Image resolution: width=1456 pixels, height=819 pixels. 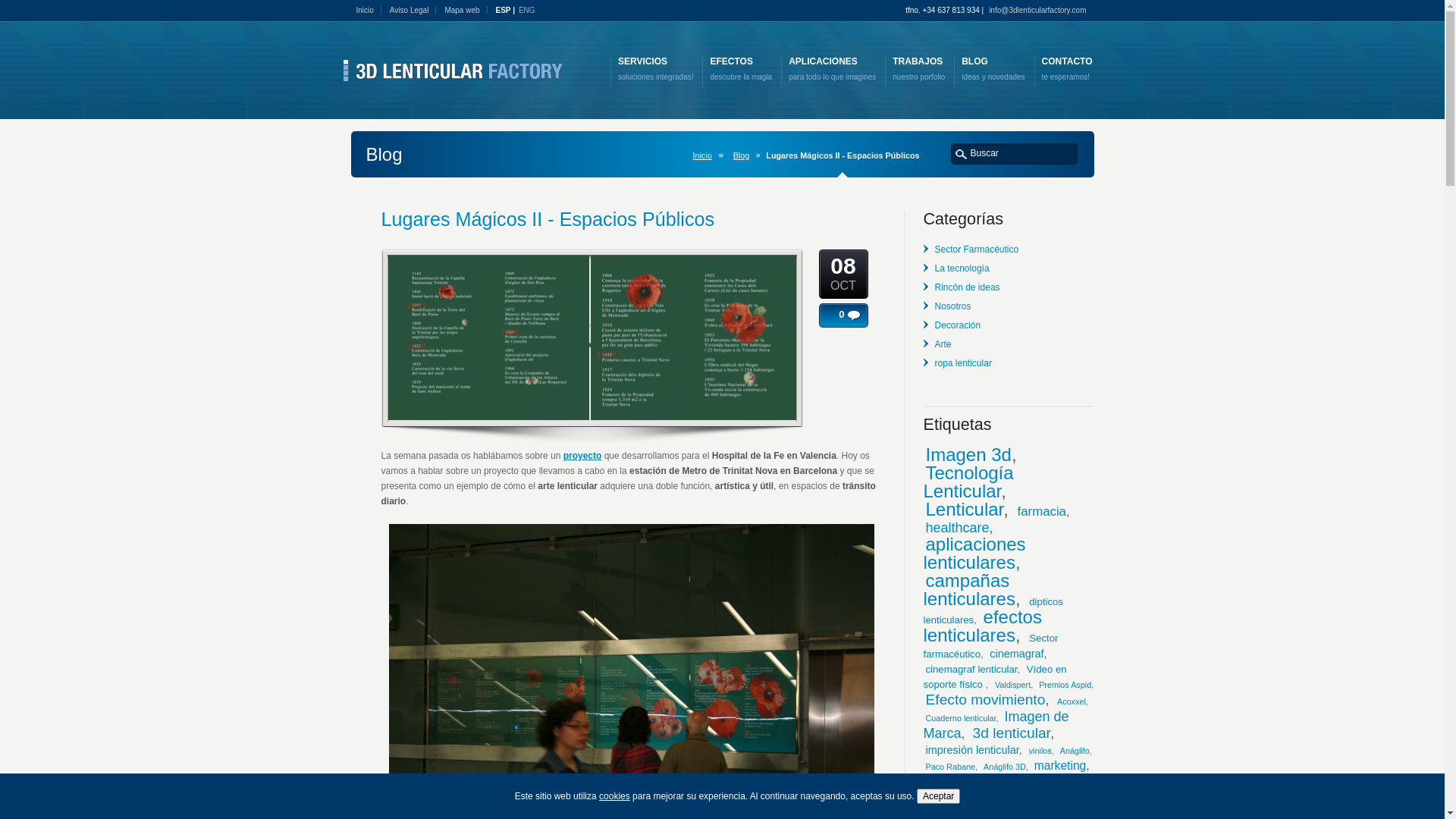 I want to click on 'Blog', so click(x=745, y=155).